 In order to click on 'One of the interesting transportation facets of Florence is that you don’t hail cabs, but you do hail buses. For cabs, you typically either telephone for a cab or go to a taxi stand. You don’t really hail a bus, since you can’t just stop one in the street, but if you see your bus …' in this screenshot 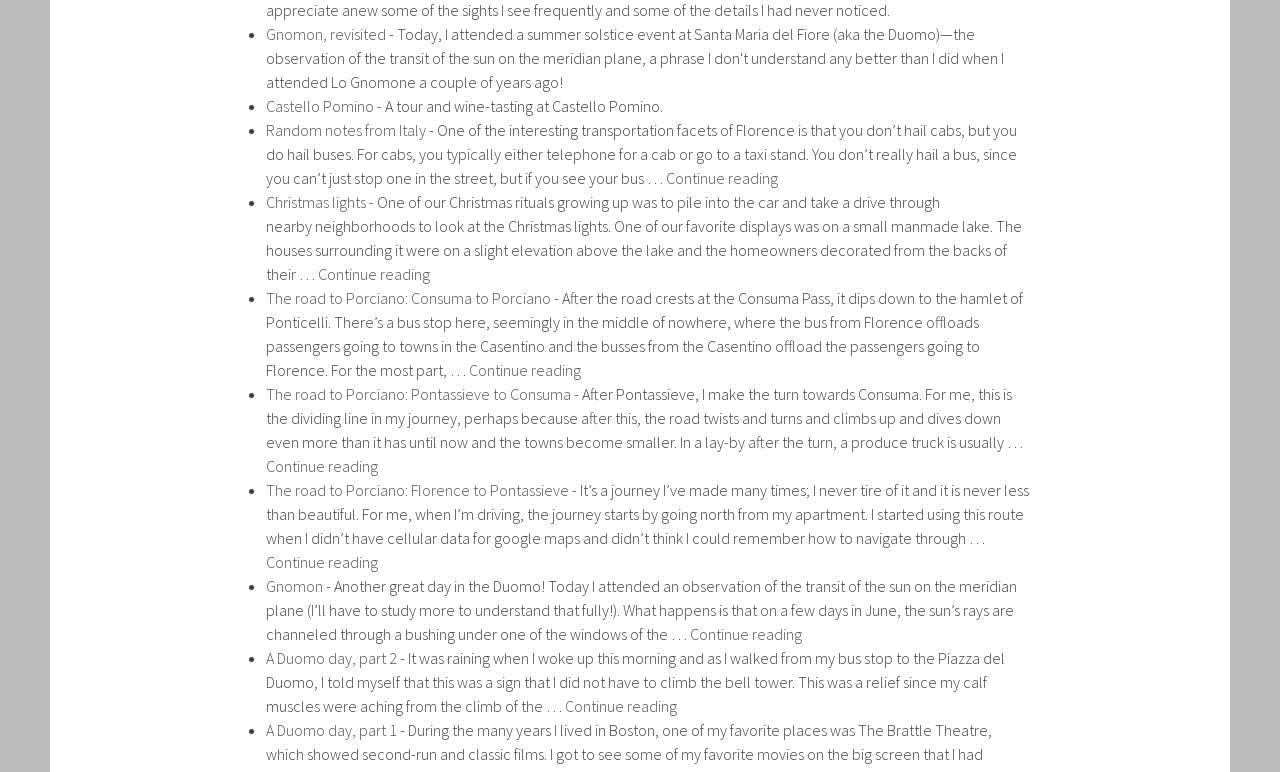, I will do `click(641, 153)`.